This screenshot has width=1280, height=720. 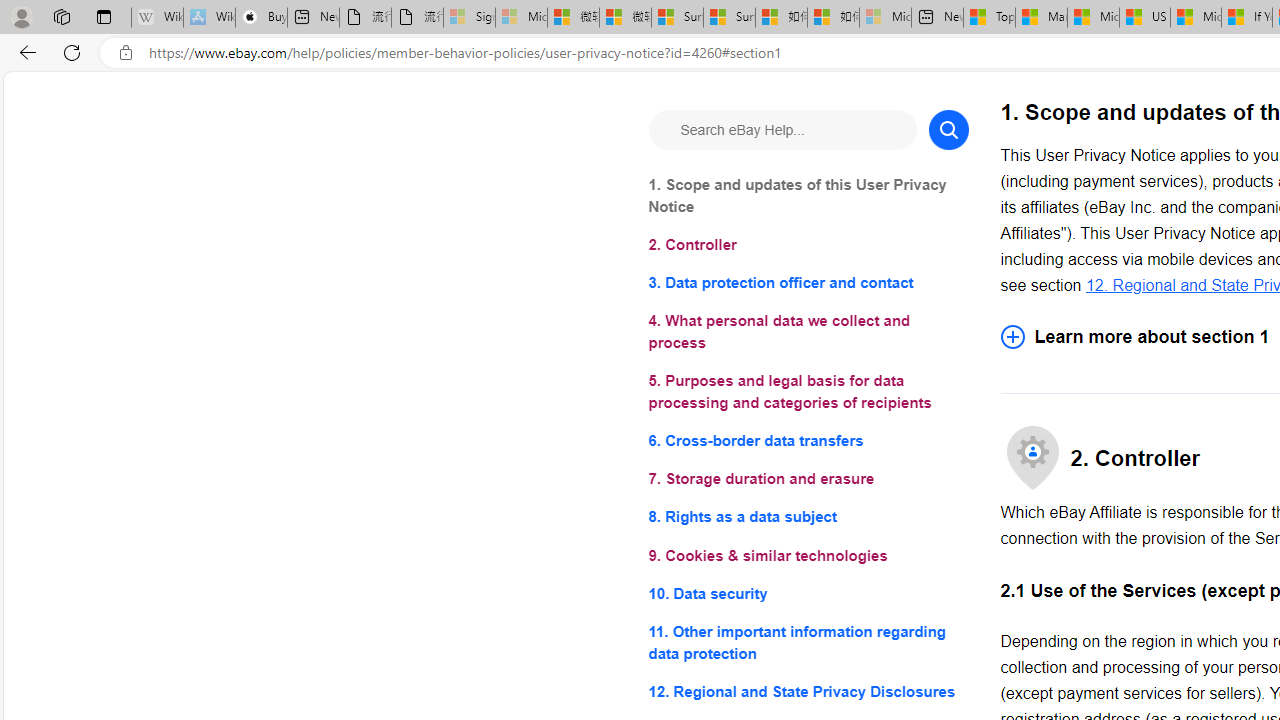 I want to click on 'Microsoft Services Agreement - Sleeping', so click(x=520, y=17).